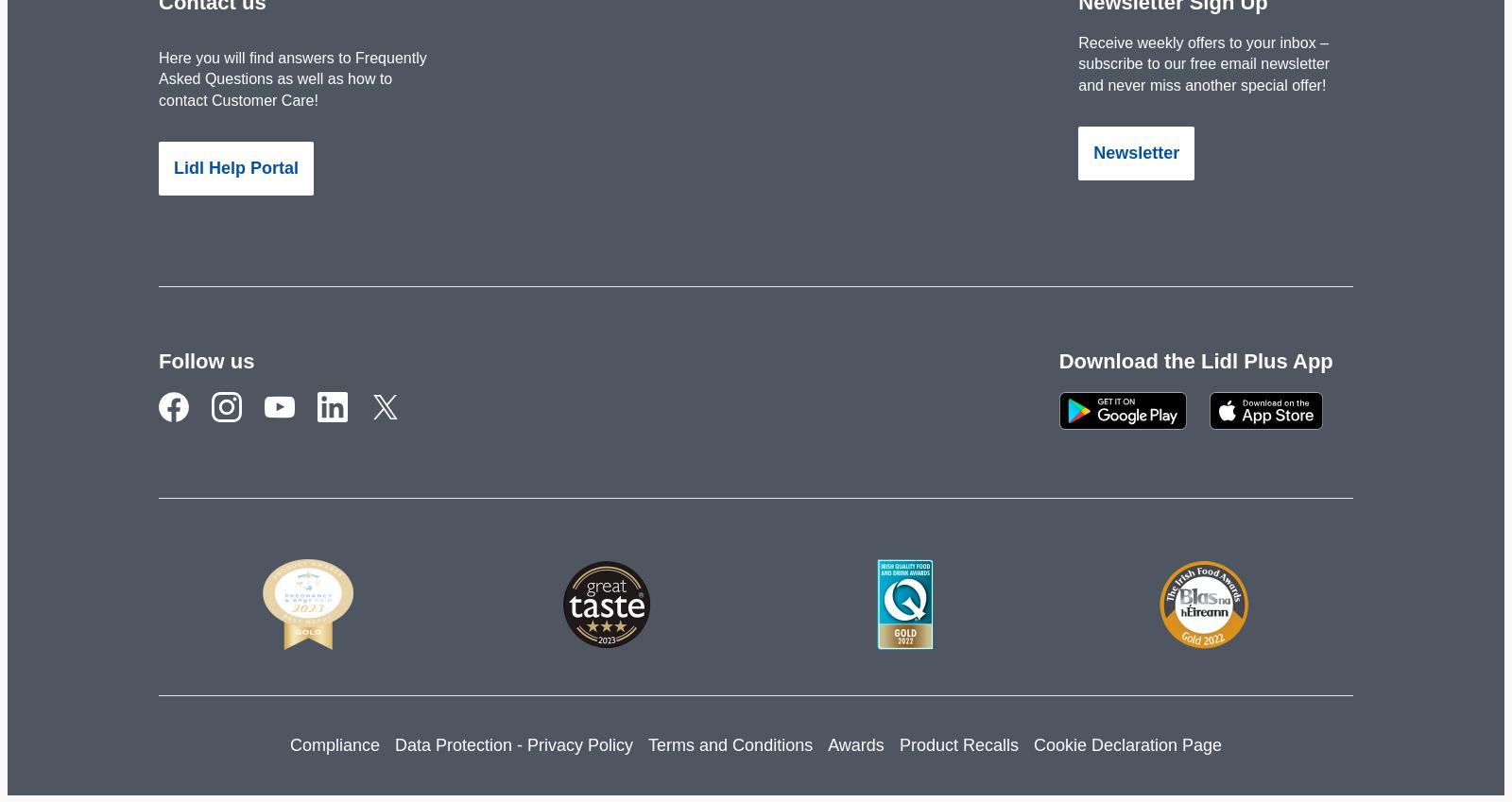  Describe the element at coordinates (1194, 360) in the screenshot. I see `'Download the Lidl Plus App'` at that location.